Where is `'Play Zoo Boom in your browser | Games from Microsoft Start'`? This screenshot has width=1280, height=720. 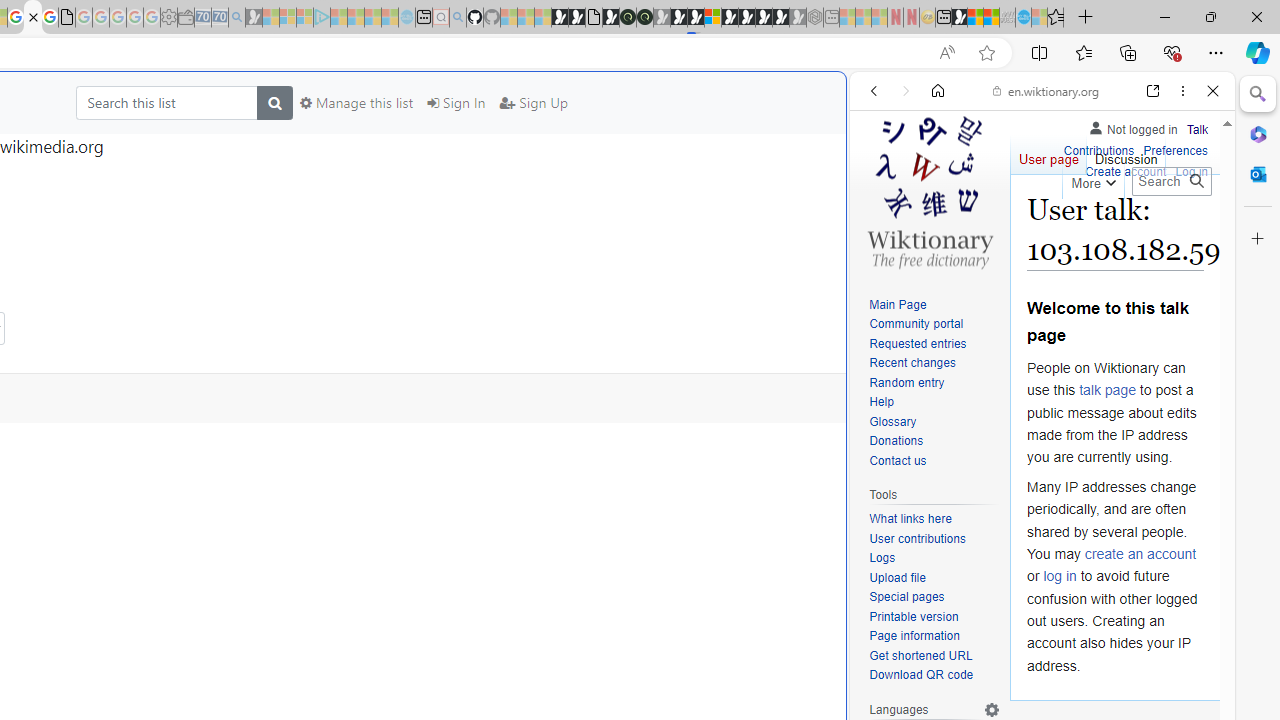
'Play Zoo Boom in your browser | Games from Microsoft Start' is located at coordinates (576, 17).